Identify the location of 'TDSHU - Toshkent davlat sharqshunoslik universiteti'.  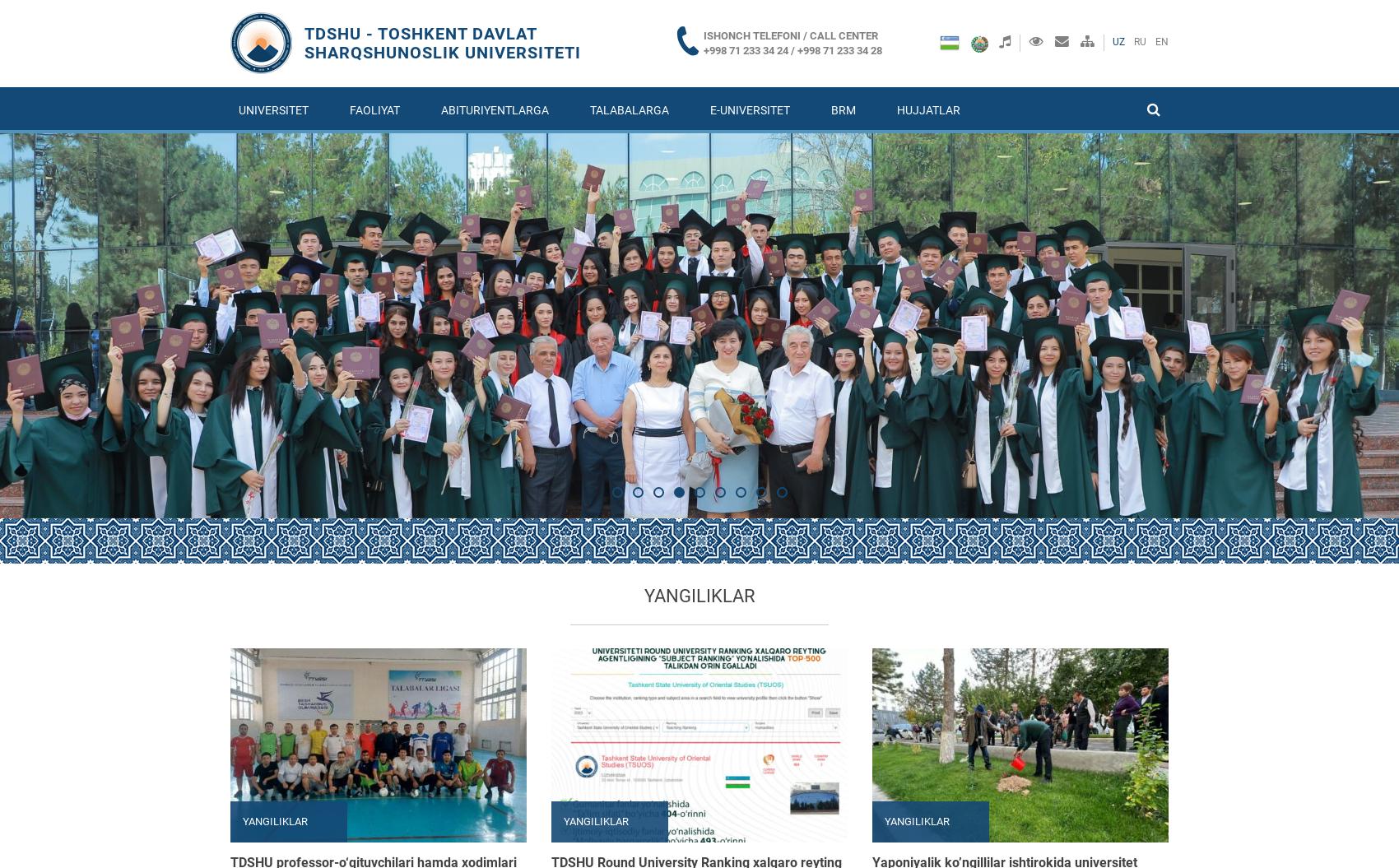
(442, 43).